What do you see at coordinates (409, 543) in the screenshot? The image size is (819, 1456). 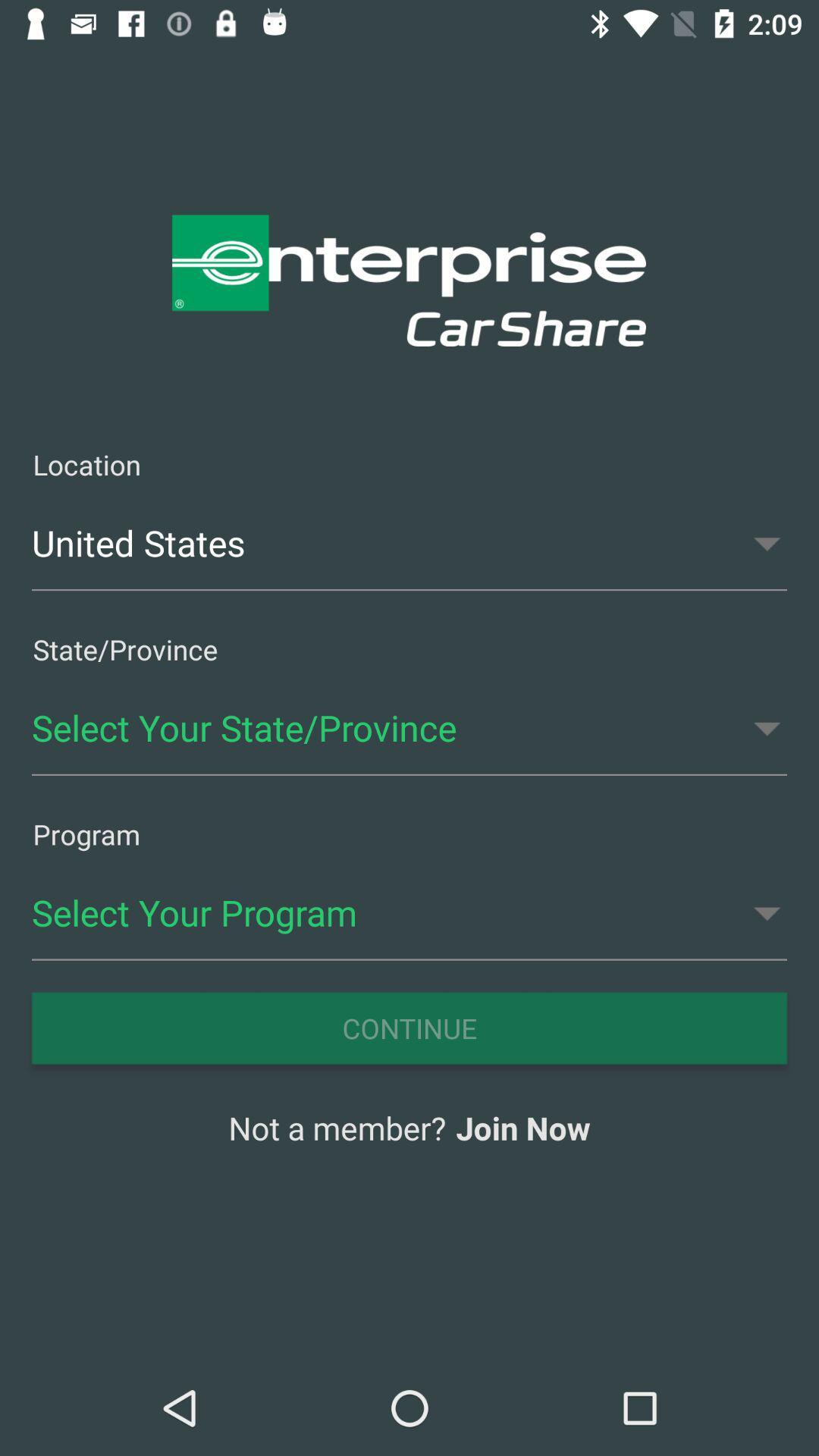 I see `united states` at bounding box center [409, 543].